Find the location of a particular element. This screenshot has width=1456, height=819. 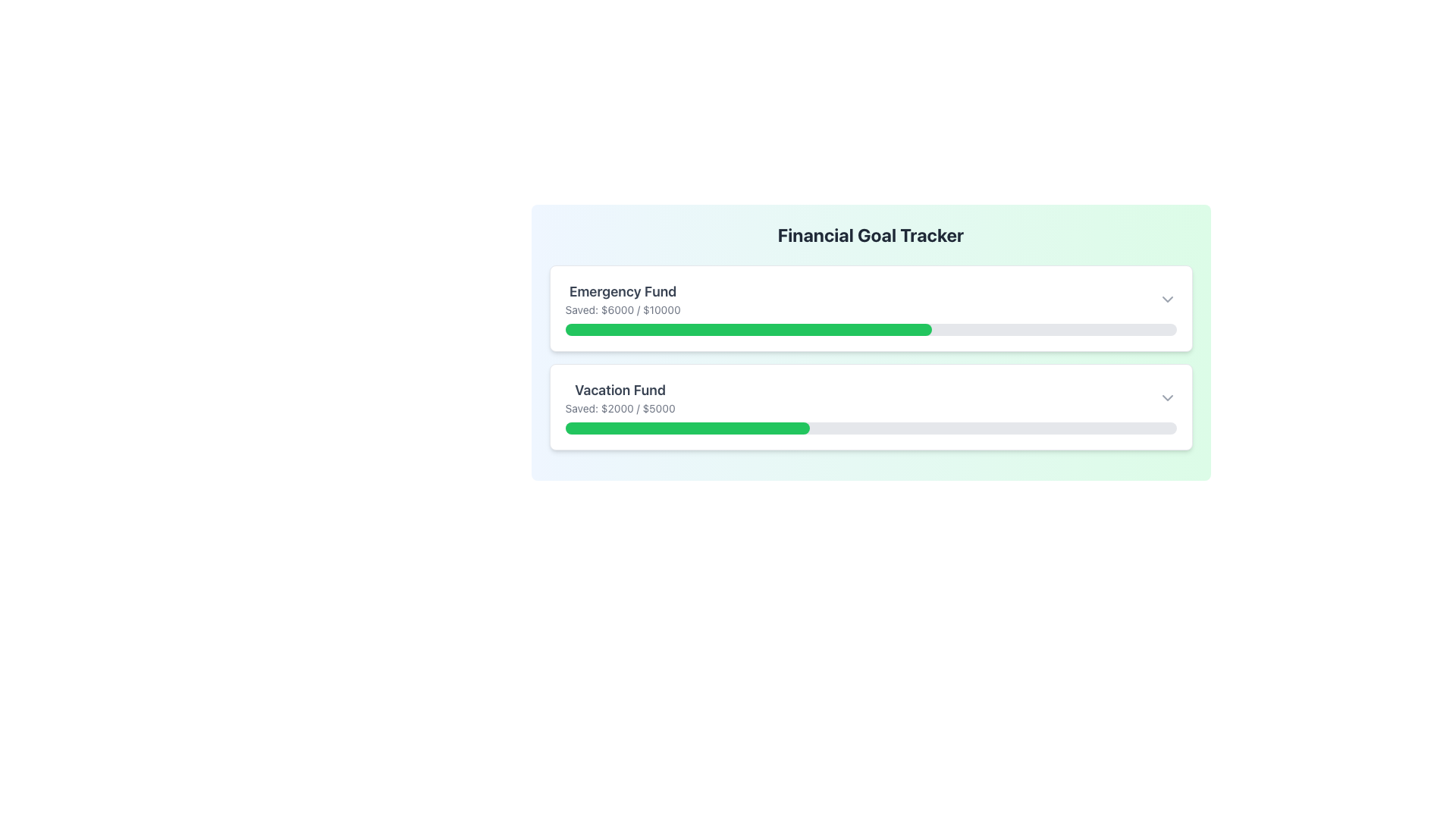

the second Information Card in the Financial Goal Tracker section, which represents the progress of saving towards the 'Vacation Fund' is located at coordinates (871, 406).